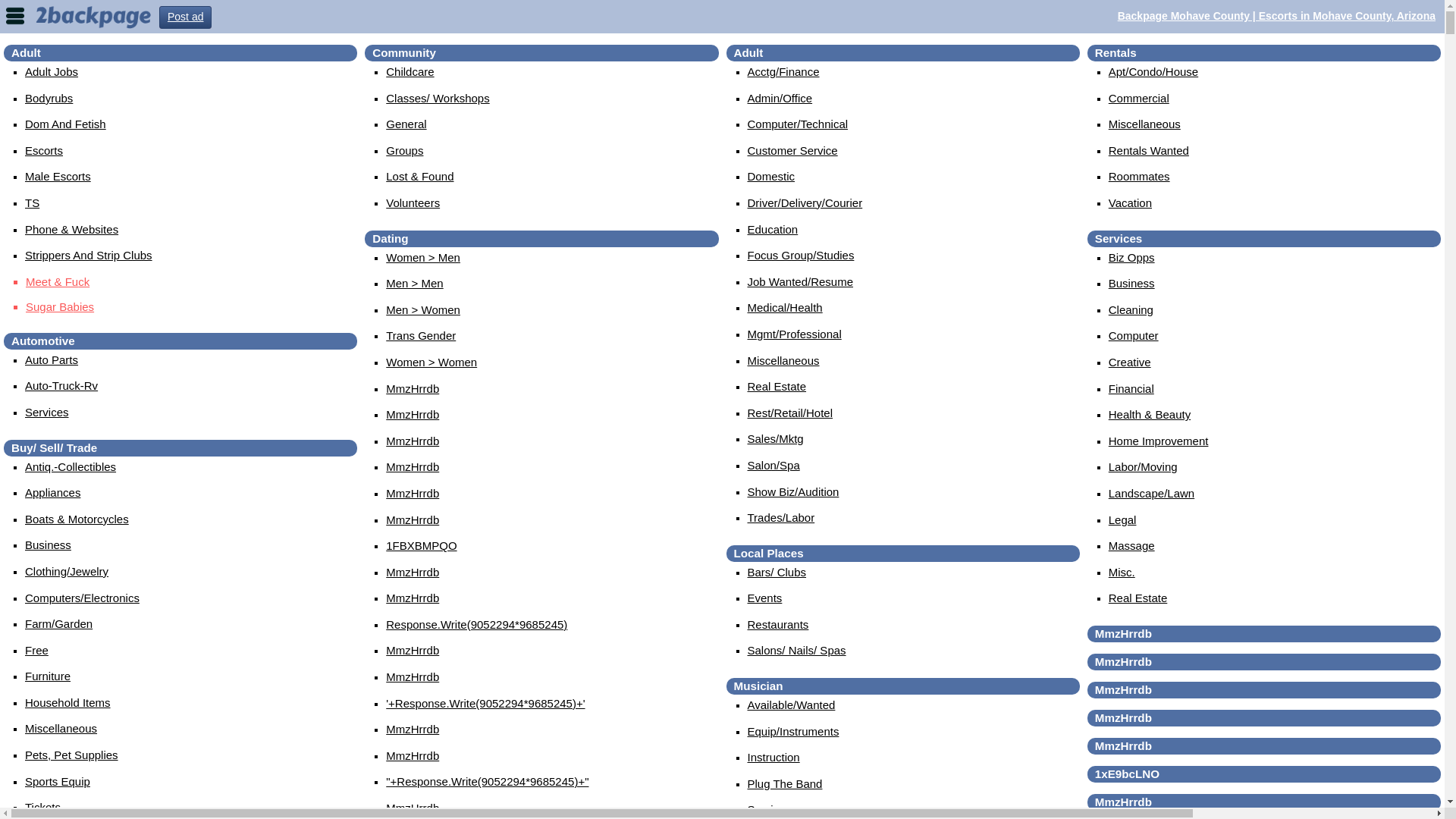 The height and width of the screenshot is (819, 1456). Describe the element at coordinates (48, 544) in the screenshot. I see `'Business'` at that location.